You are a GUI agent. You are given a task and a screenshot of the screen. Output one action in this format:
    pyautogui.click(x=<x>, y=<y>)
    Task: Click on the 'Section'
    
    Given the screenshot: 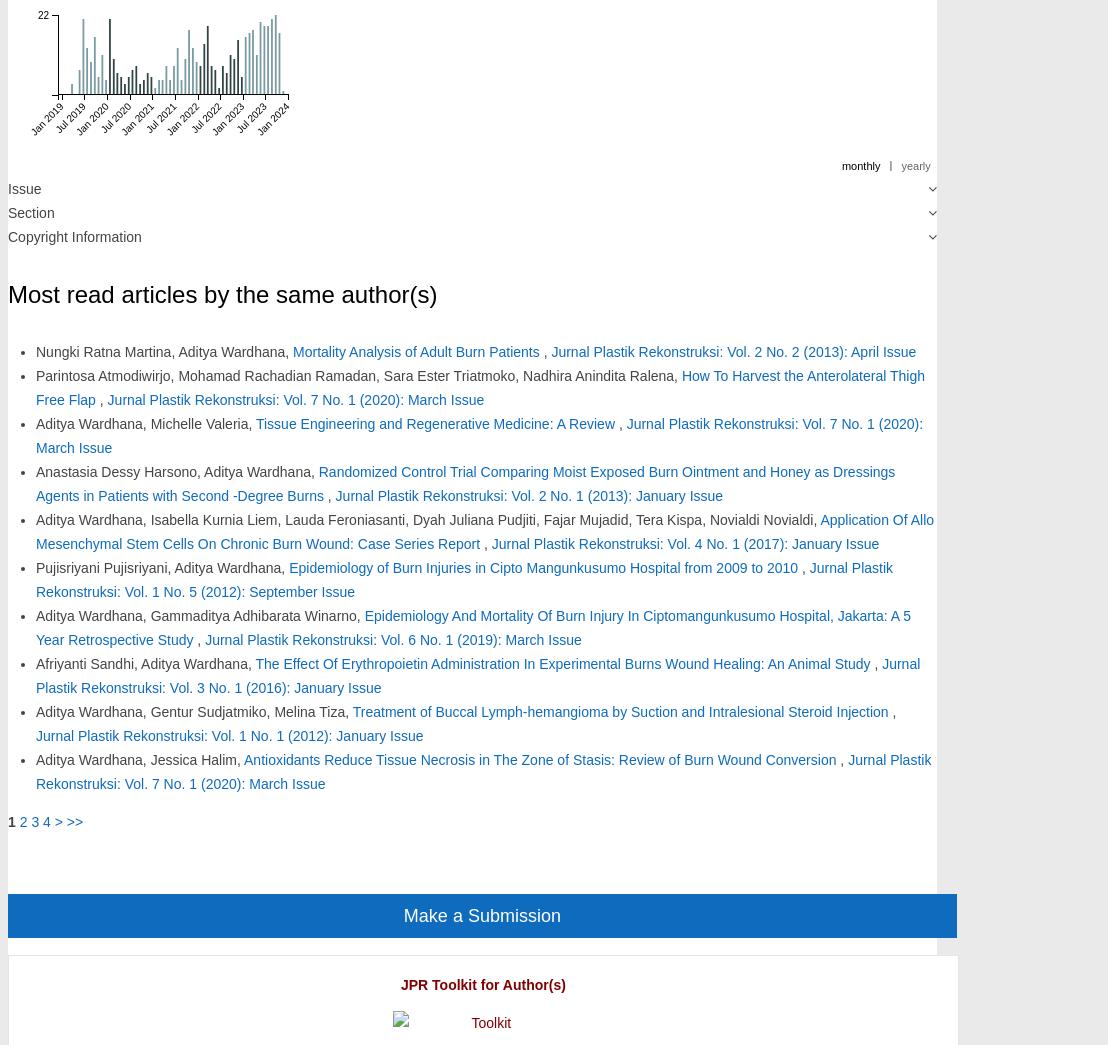 What is the action you would take?
    pyautogui.click(x=31, y=212)
    